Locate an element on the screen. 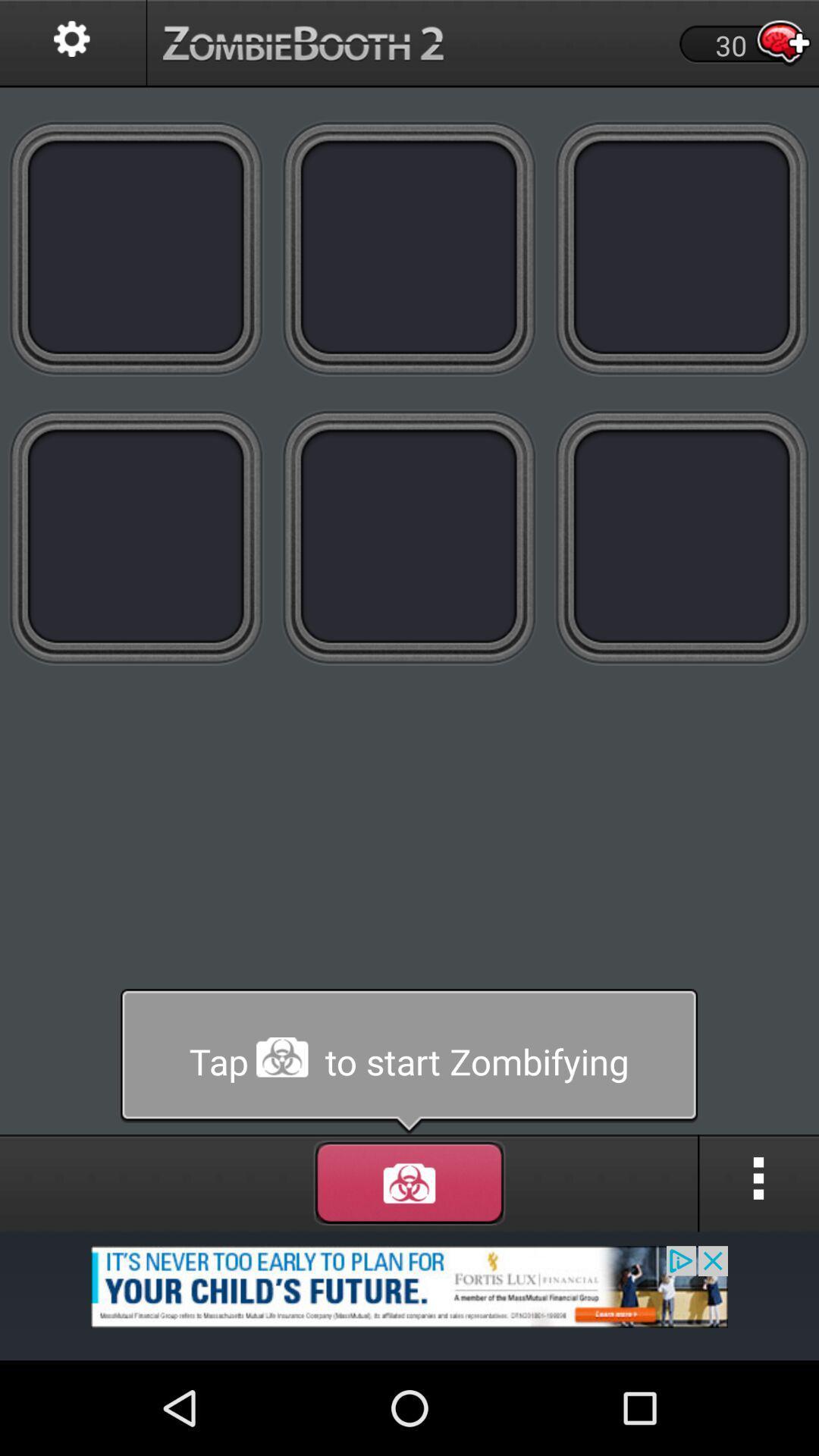  the settings icon is located at coordinates (73, 46).